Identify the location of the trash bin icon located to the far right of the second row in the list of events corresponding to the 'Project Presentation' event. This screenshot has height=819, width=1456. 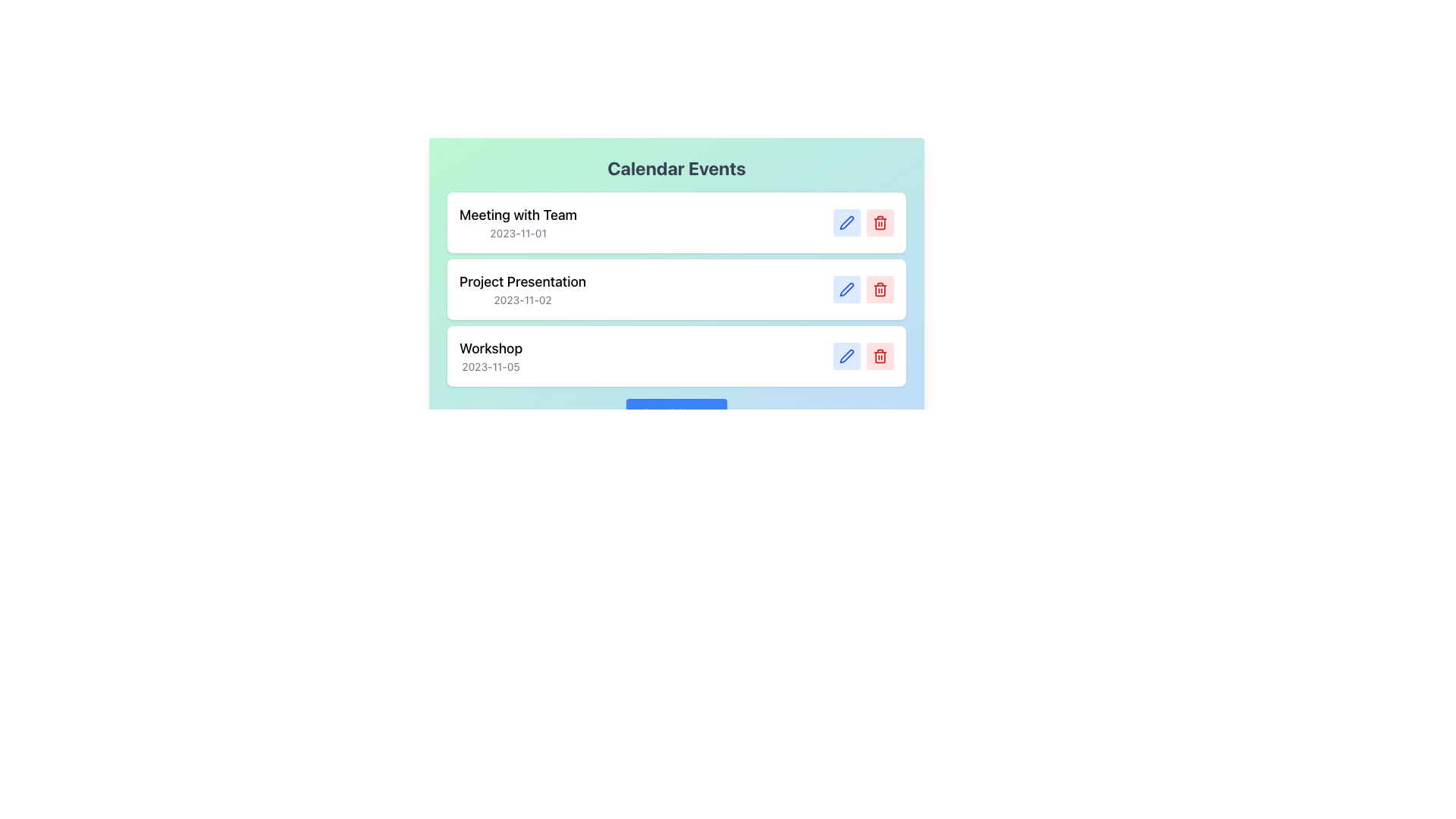
(880, 290).